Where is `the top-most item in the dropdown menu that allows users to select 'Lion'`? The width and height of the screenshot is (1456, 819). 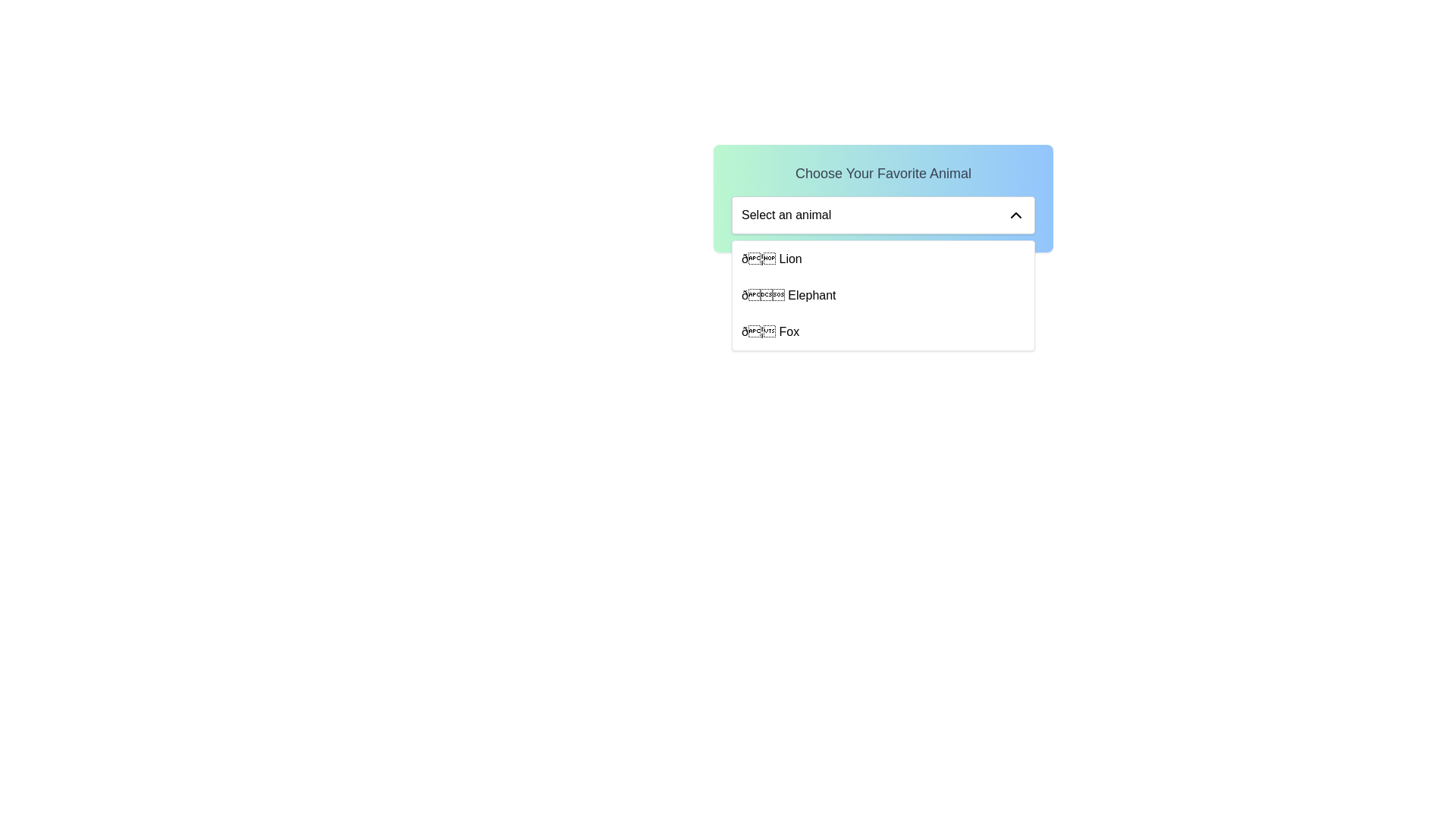
the top-most item in the dropdown menu that allows users to select 'Lion' is located at coordinates (883, 259).